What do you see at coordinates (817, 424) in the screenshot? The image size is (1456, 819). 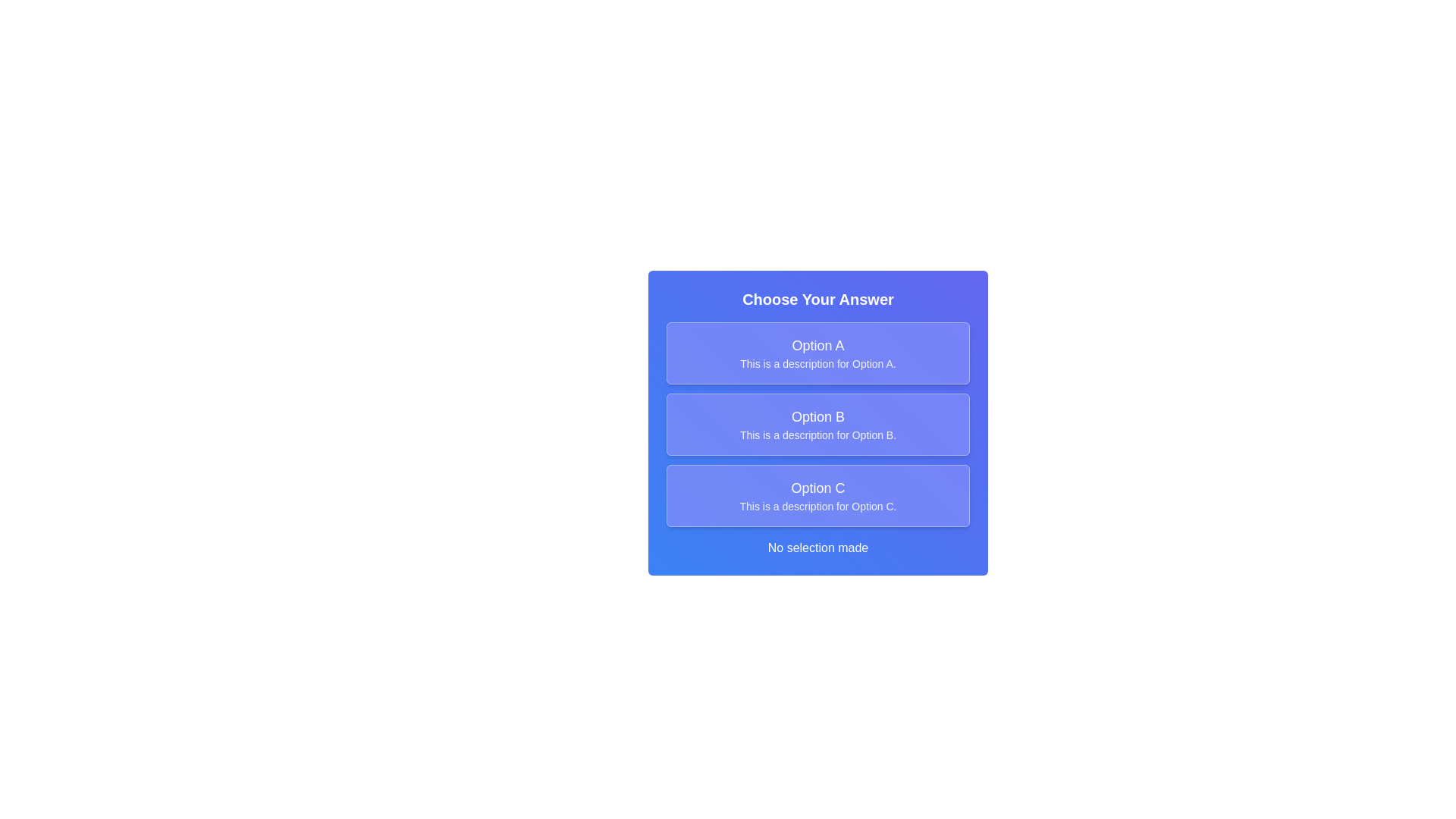 I see `the 'Option B' button, which is the second button in a vertically stacked group of options` at bounding box center [817, 424].